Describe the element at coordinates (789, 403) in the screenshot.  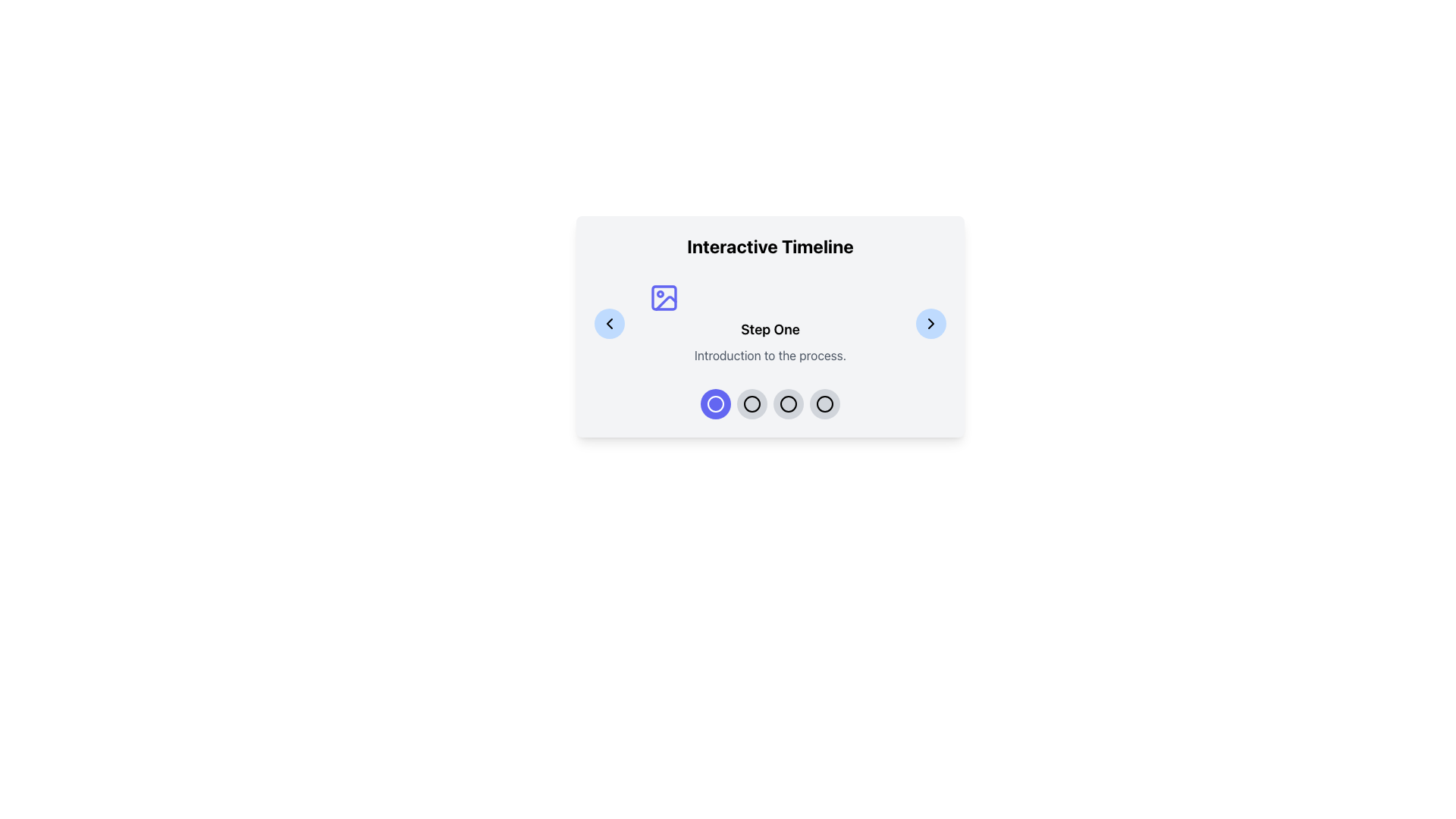
I see `the third button in a horizontal group of four buttons located near the bottom center of the main interface` at that location.